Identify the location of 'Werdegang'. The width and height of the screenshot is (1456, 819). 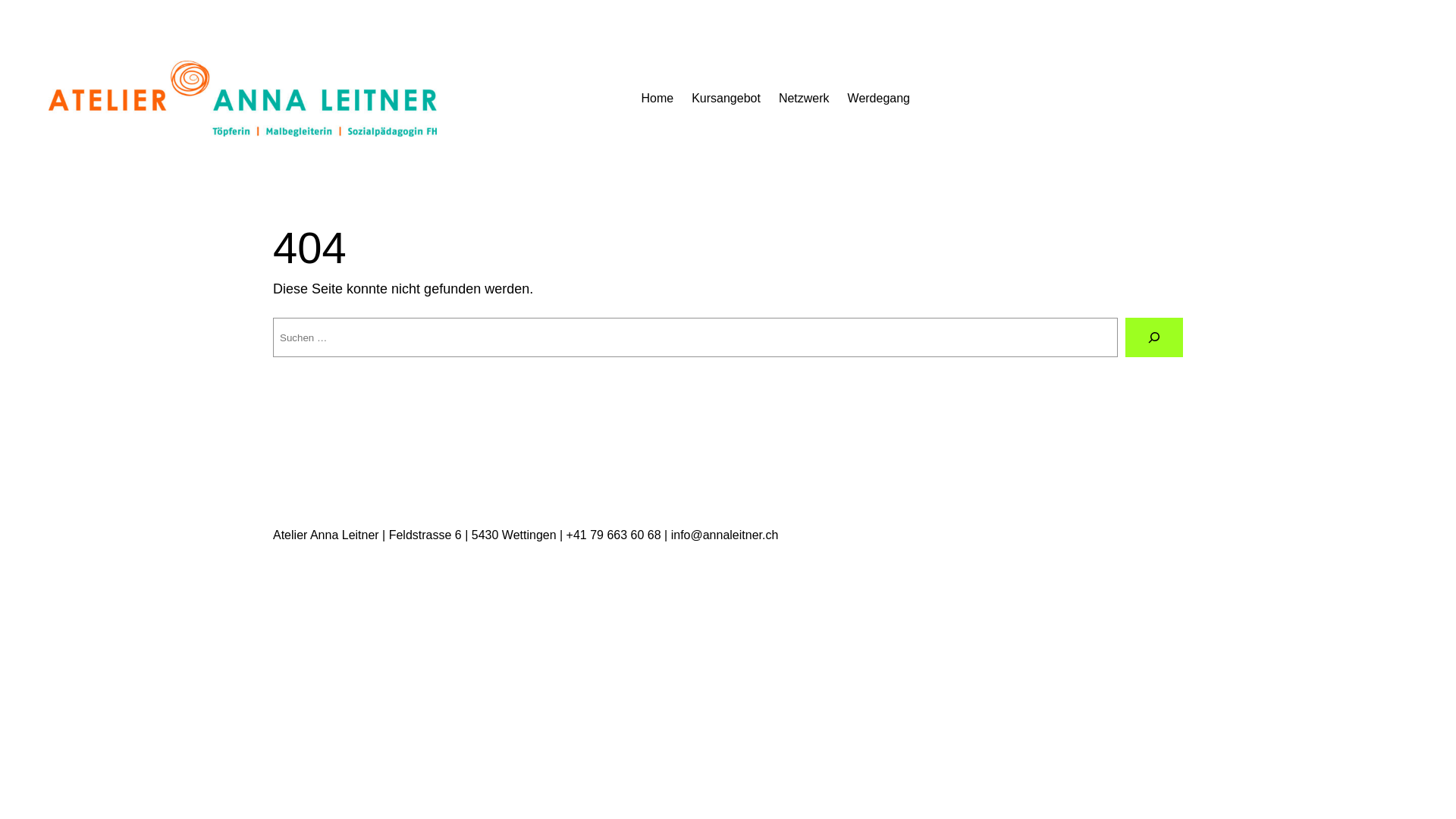
(878, 99).